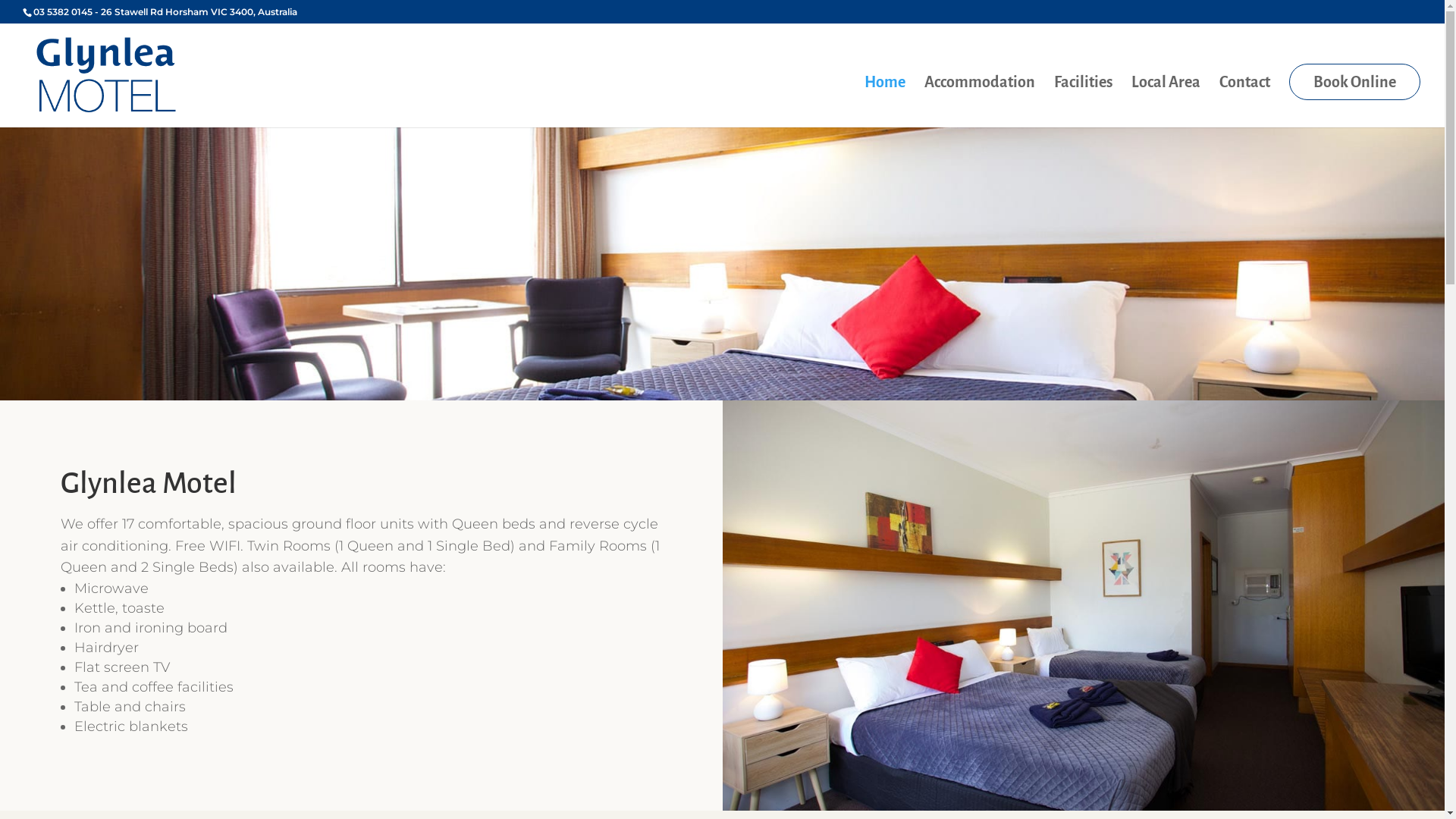 The width and height of the screenshot is (1456, 819). What do you see at coordinates (979, 102) in the screenshot?
I see `'Accommodation'` at bounding box center [979, 102].